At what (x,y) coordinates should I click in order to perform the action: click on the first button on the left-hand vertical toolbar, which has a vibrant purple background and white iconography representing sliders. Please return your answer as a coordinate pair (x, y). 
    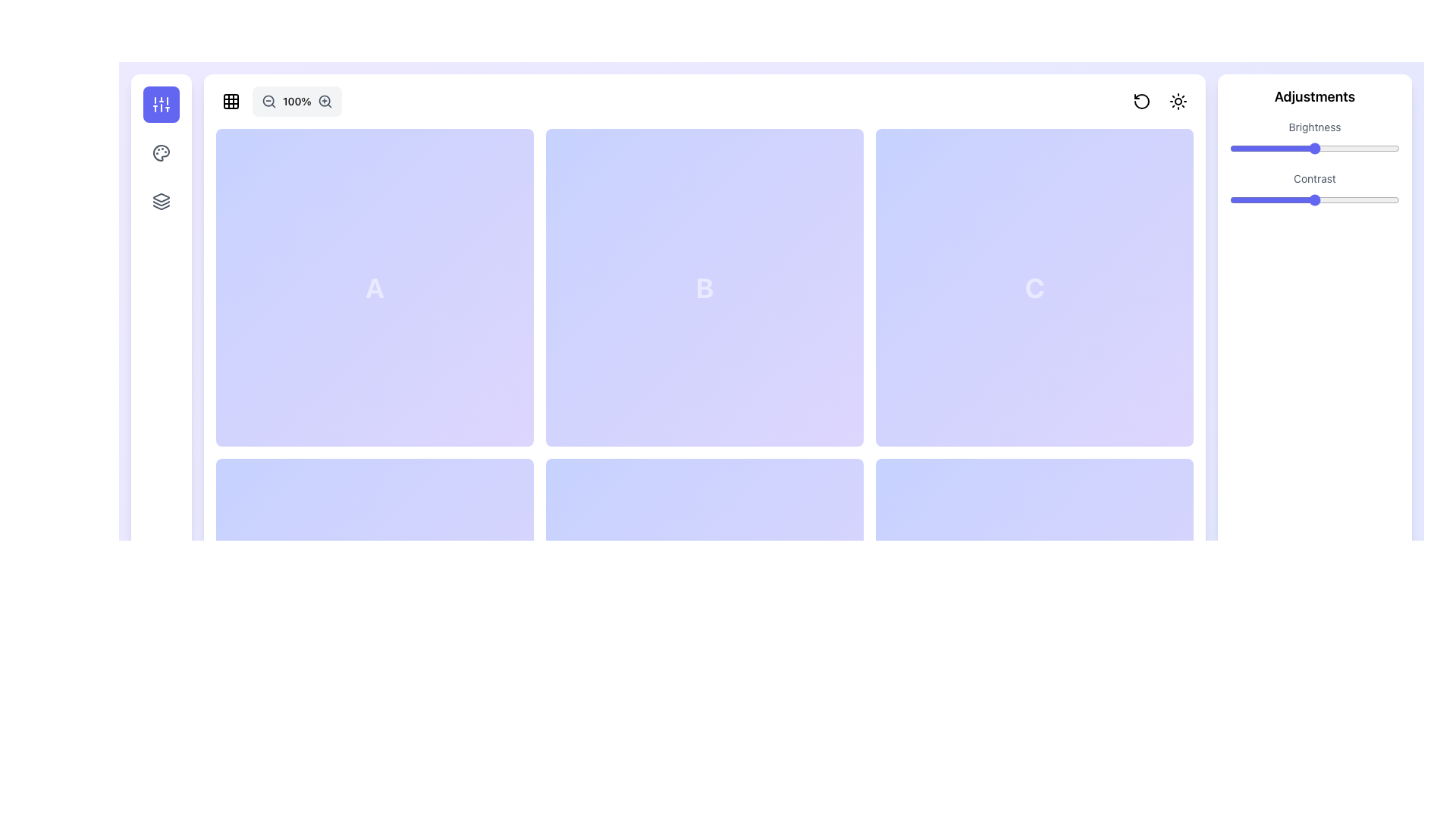
    Looking at the image, I should click on (161, 104).